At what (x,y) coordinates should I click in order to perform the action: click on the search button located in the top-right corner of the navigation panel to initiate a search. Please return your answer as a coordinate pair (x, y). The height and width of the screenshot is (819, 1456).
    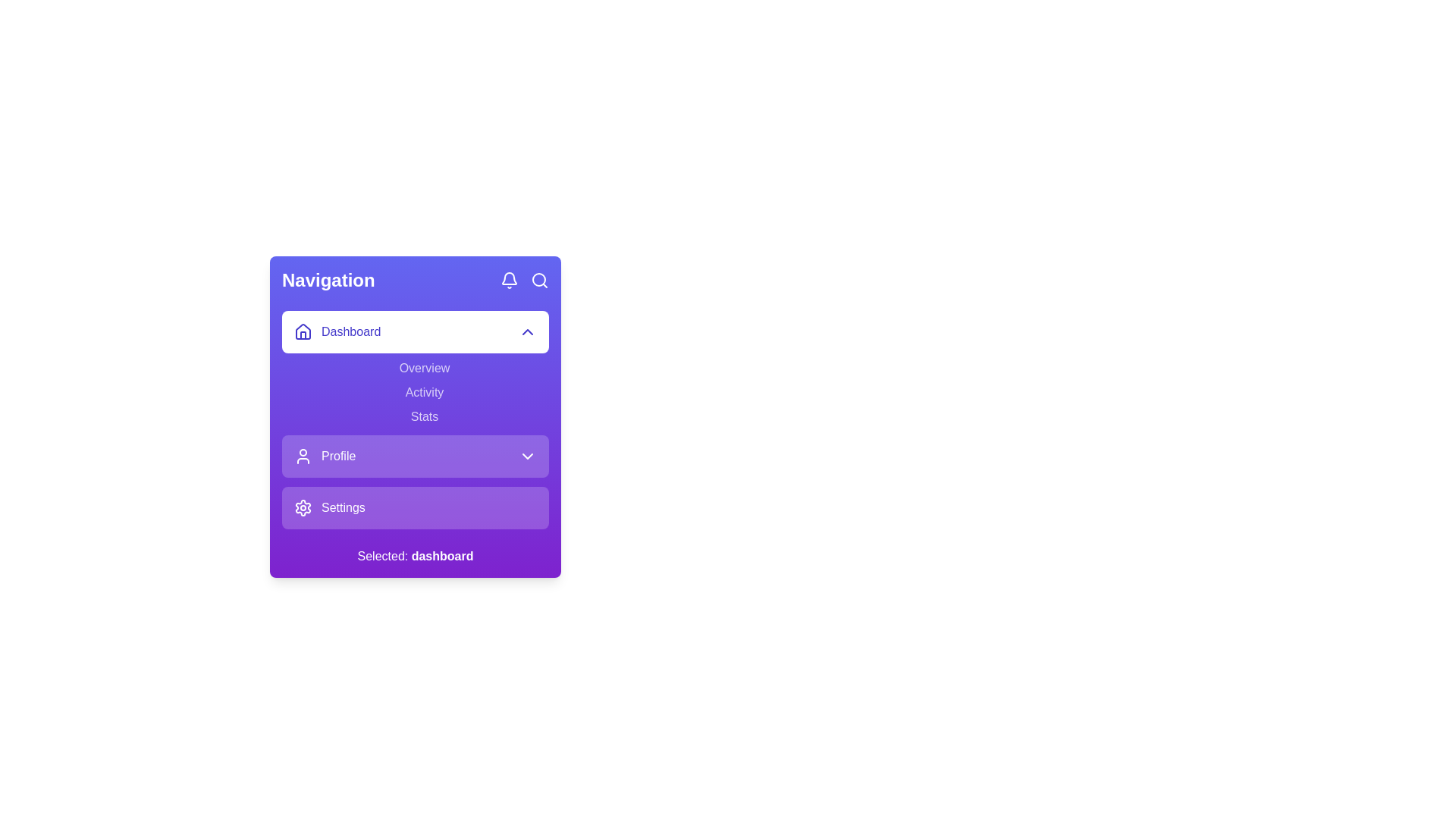
    Looking at the image, I should click on (539, 281).